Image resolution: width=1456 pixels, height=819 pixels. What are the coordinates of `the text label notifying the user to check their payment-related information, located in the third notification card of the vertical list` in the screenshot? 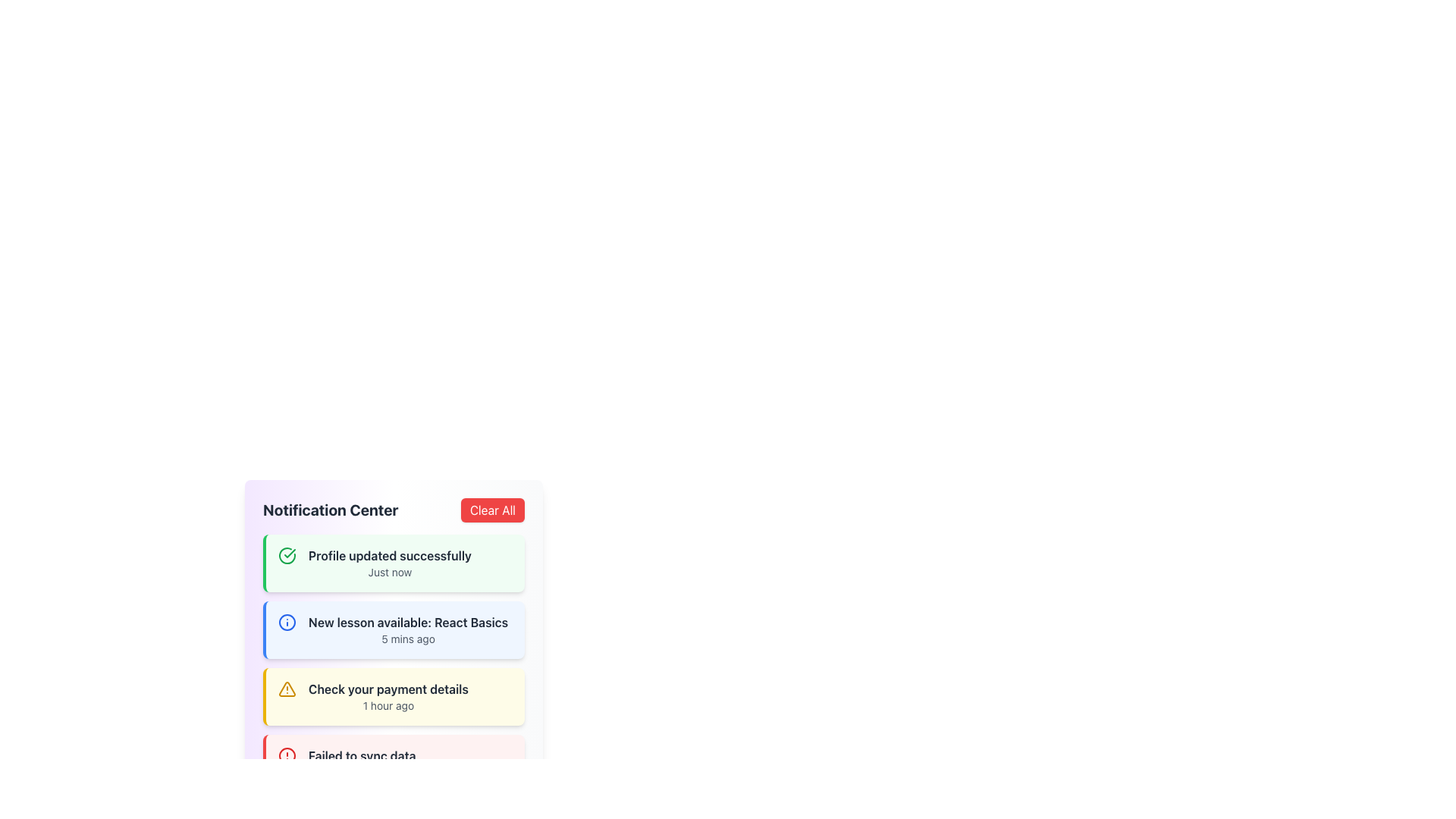 It's located at (388, 689).